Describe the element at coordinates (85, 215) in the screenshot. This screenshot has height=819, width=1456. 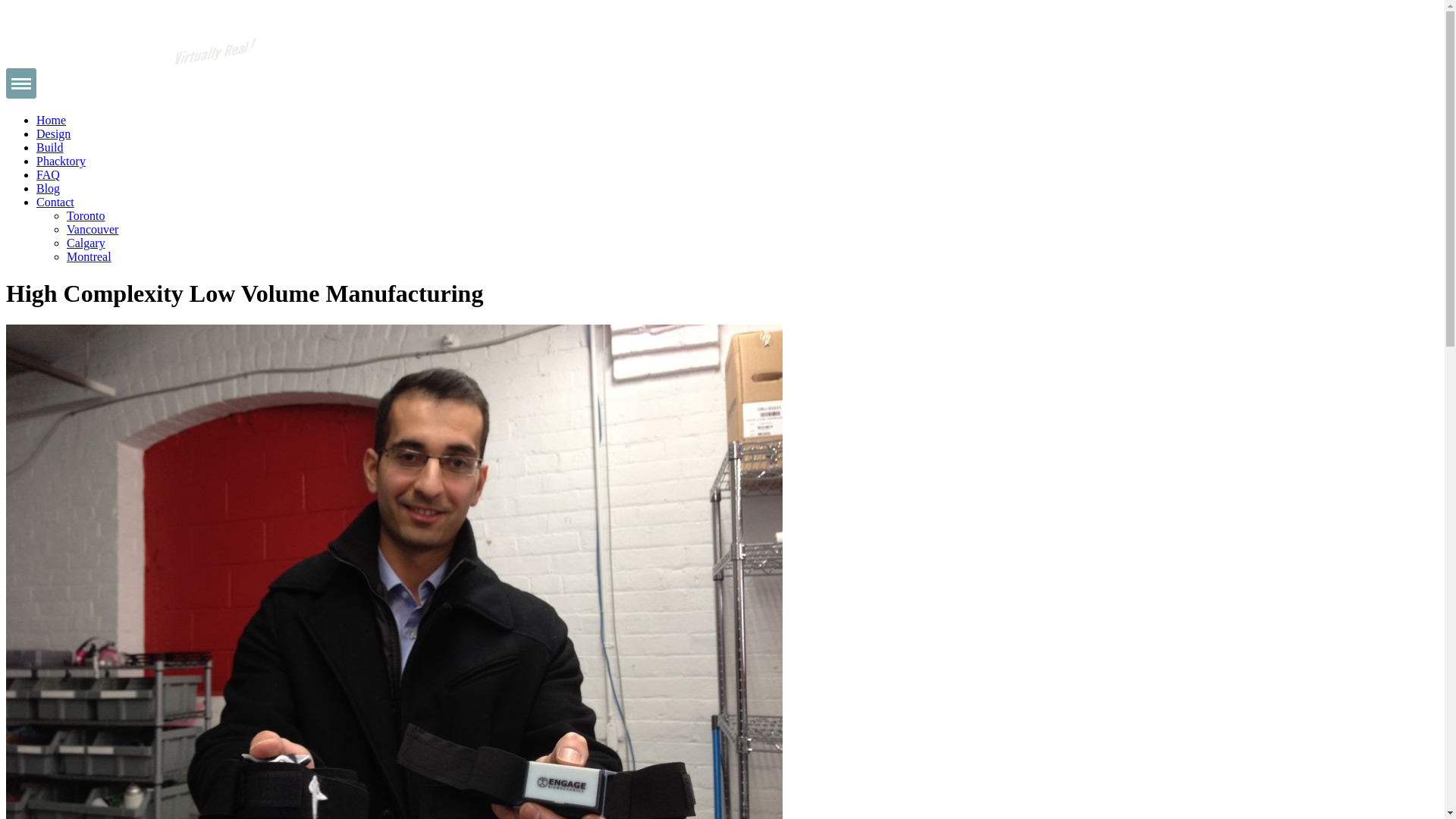
I see `'Toronto'` at that location.